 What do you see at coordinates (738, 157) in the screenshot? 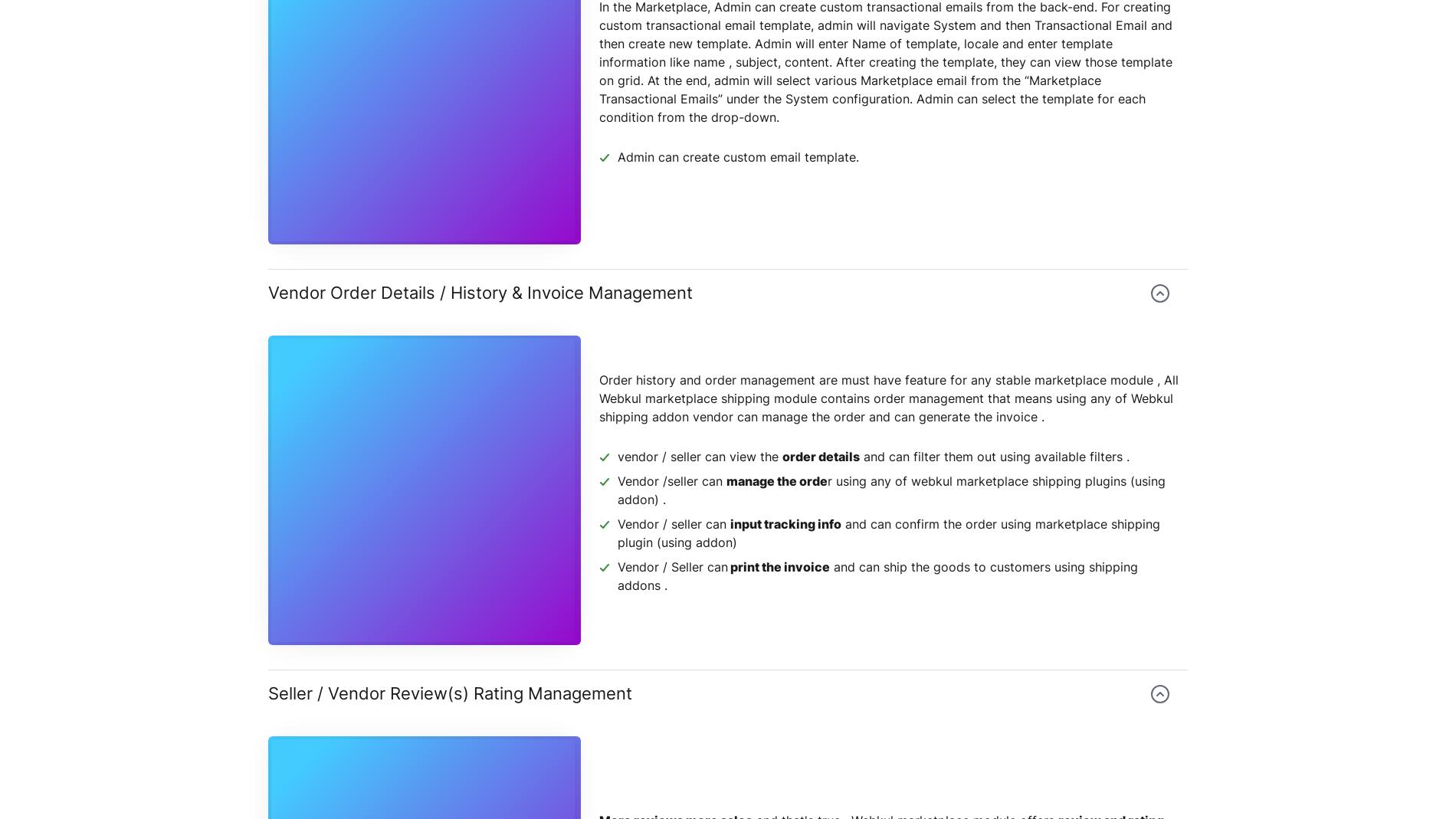
I see `'Admin can create custom email template.'` at bounding box center [738, 157].